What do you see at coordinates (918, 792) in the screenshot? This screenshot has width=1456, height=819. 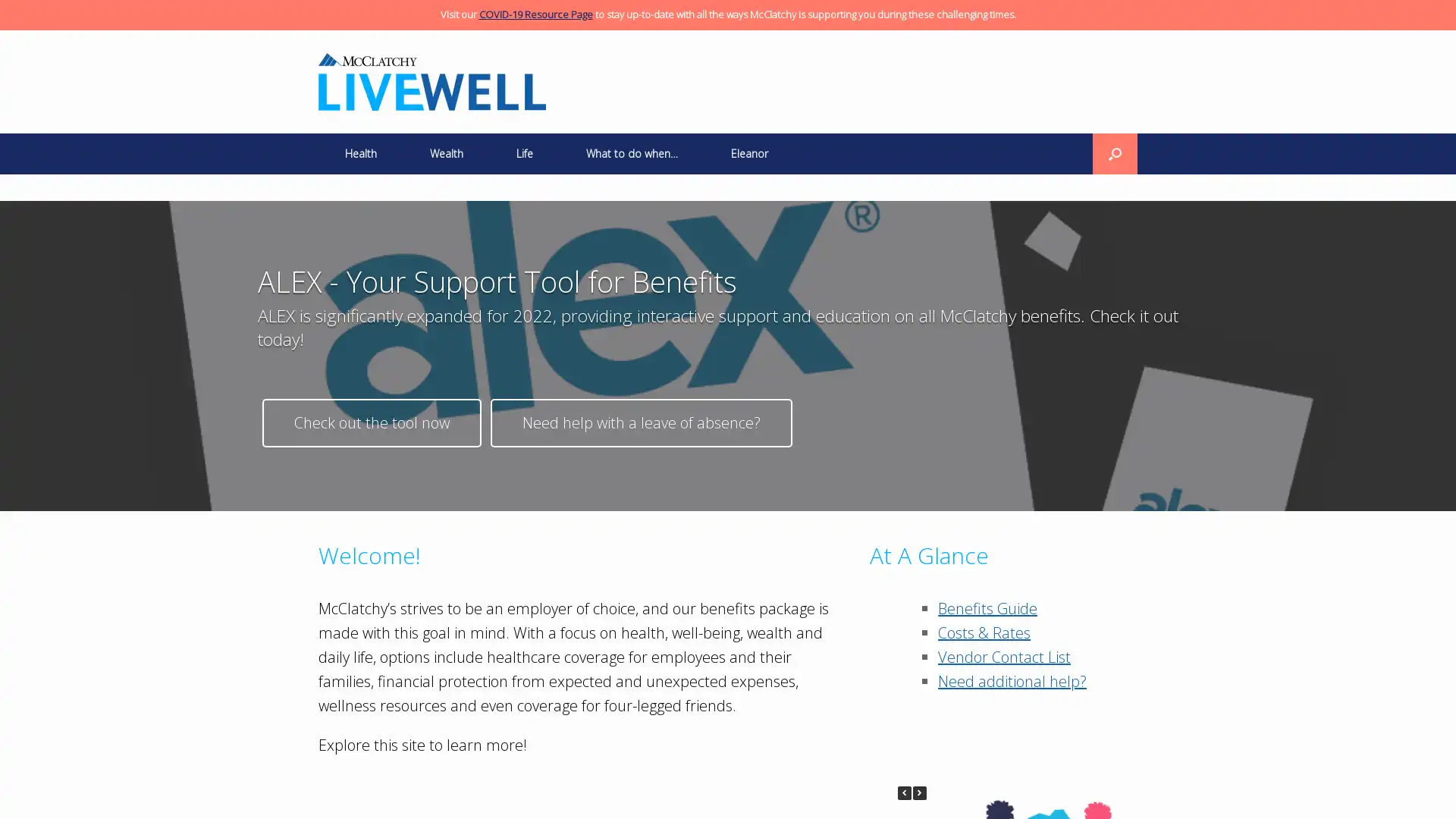 I see `Next Posts` at bounding box center [918, 792].